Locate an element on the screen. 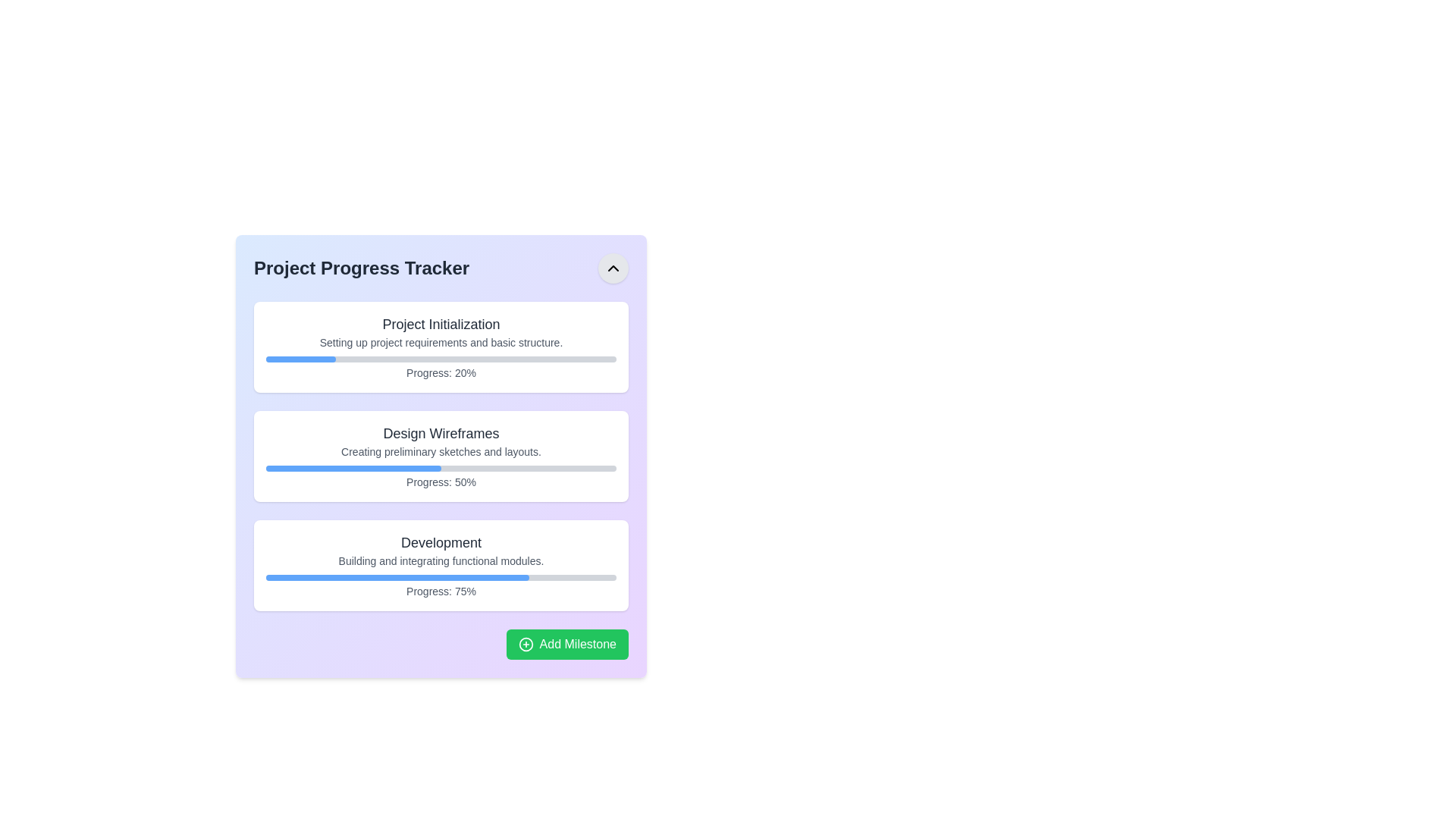 Image resolution: width=1456 pixels, height=819 pixels. the text label reading 'Design Wireframes', which is styled with a larger font size and gray color, located at the top of the second card in the progress tracker interface is located at coordinates (440, 433).